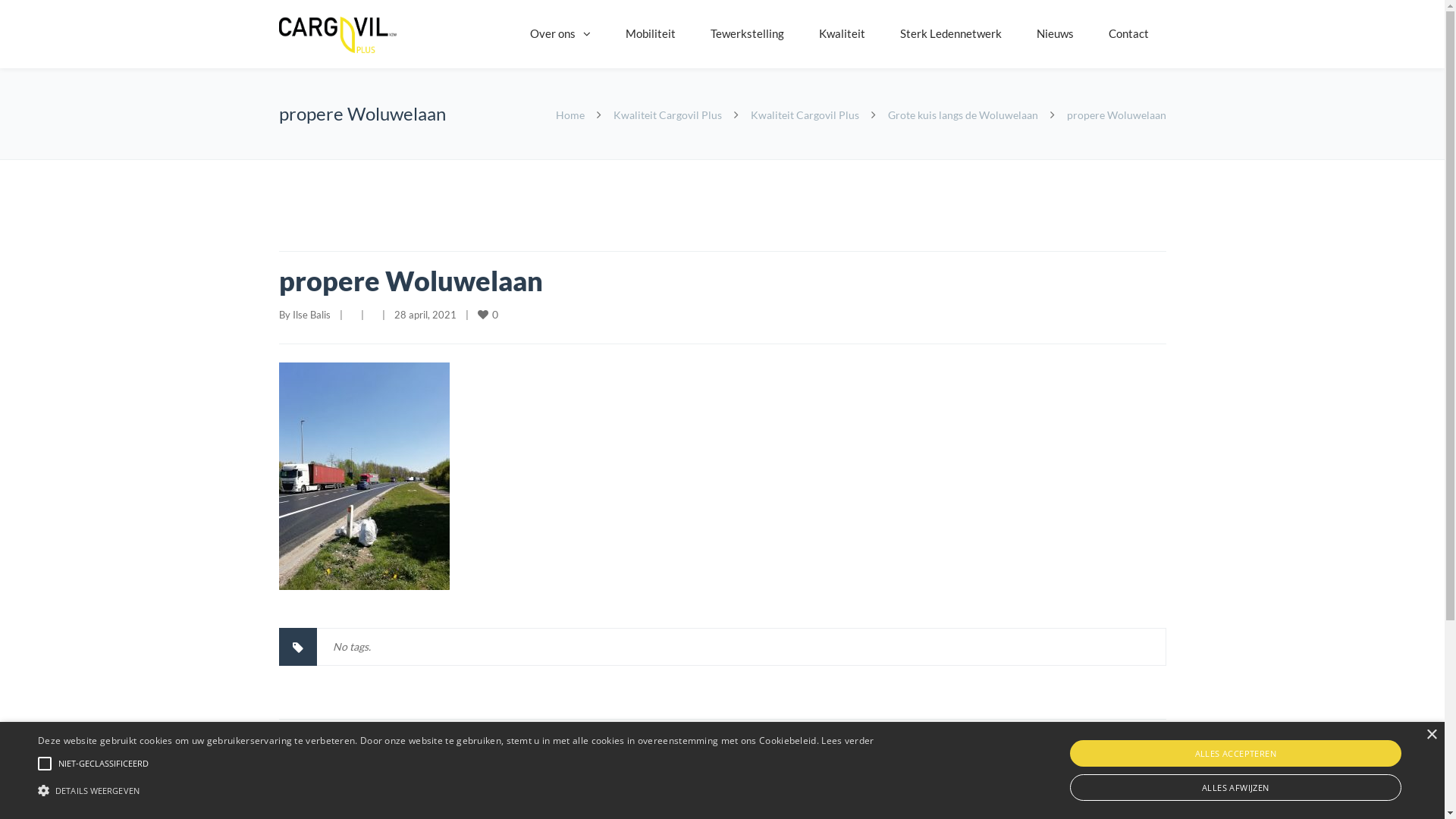 Image resolution: width=1456 pixels, height=819 pixels. Describe the element at coordinates (311, 314) in the screenshot. I see `'Ilse Balis'` at that location.